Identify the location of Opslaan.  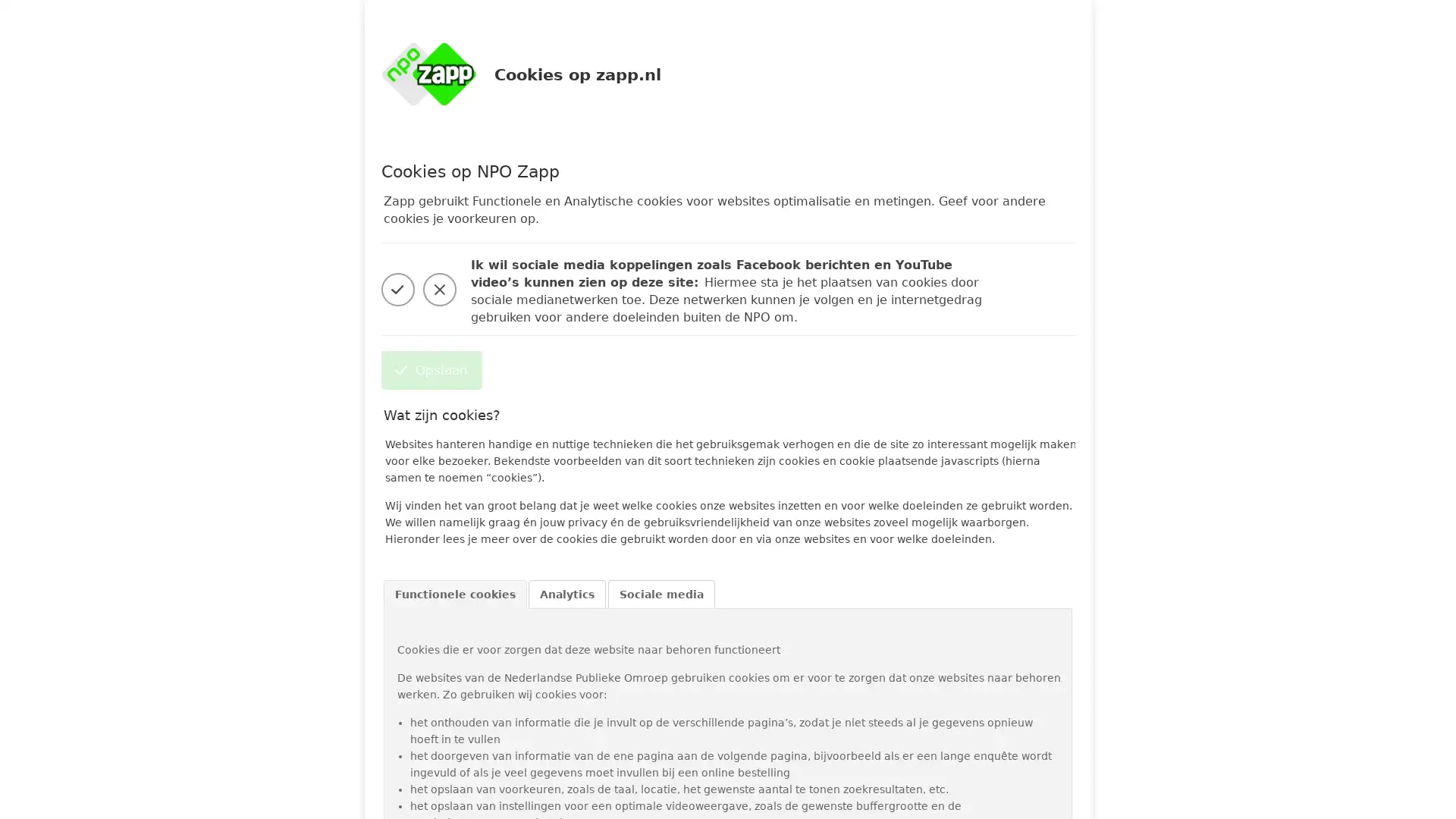
(430, 370).